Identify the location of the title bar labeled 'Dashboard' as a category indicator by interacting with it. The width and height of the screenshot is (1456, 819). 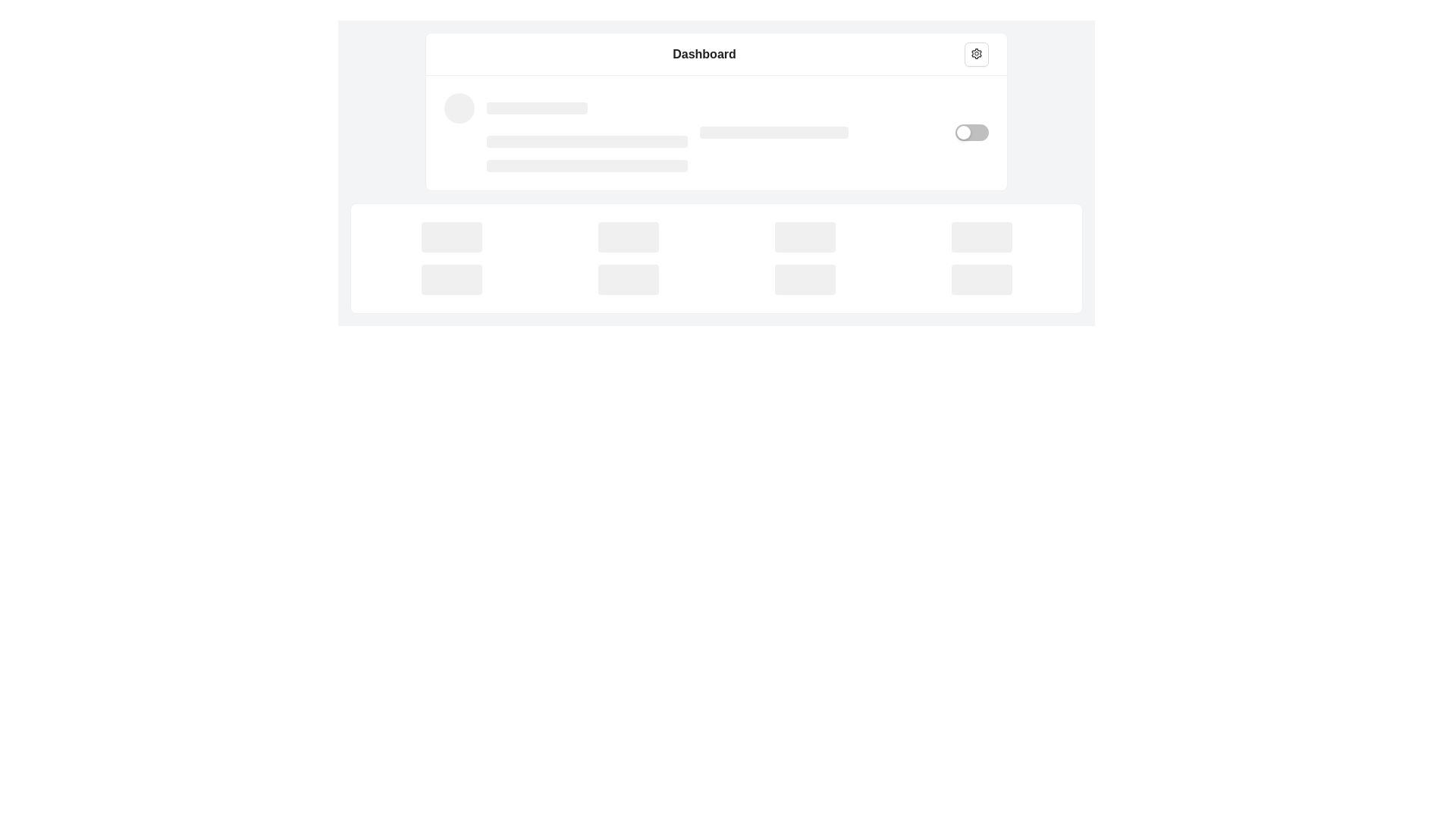
(716, 53).